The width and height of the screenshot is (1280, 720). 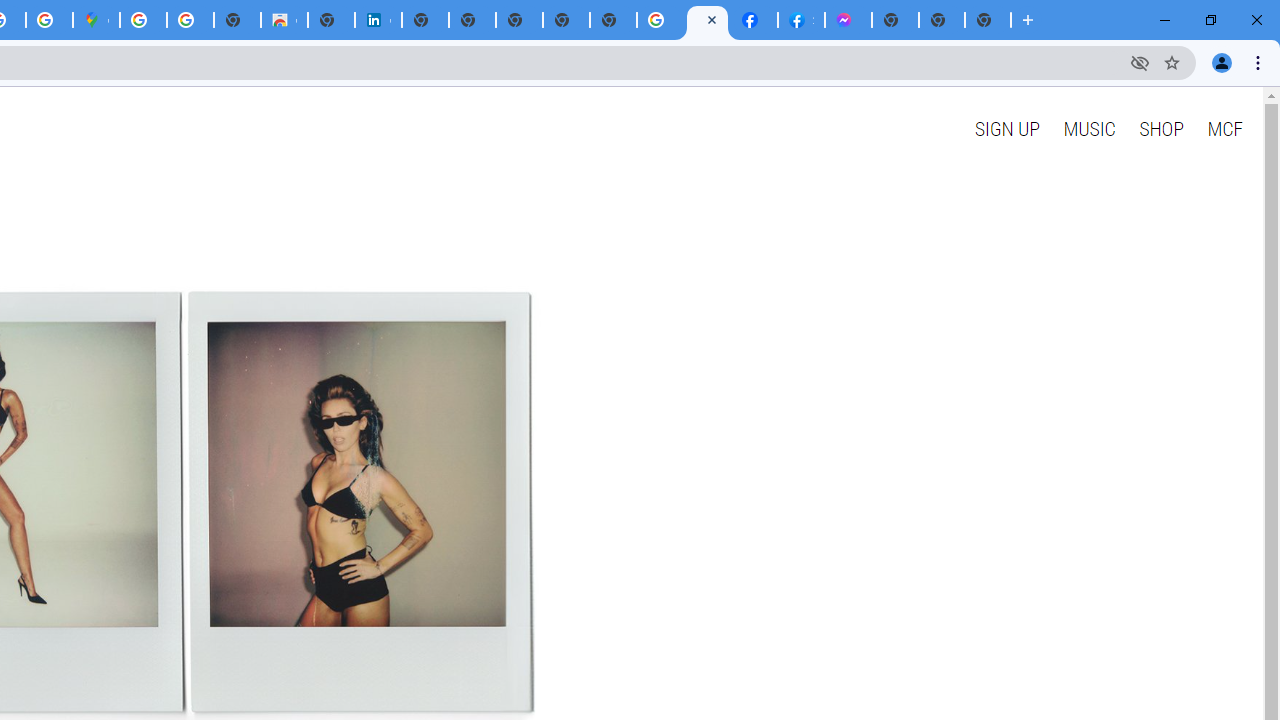 What do you see at coordinates (988, 20) in the screenshot?
I see `'New Tab'` at bounding box center [988, 20].